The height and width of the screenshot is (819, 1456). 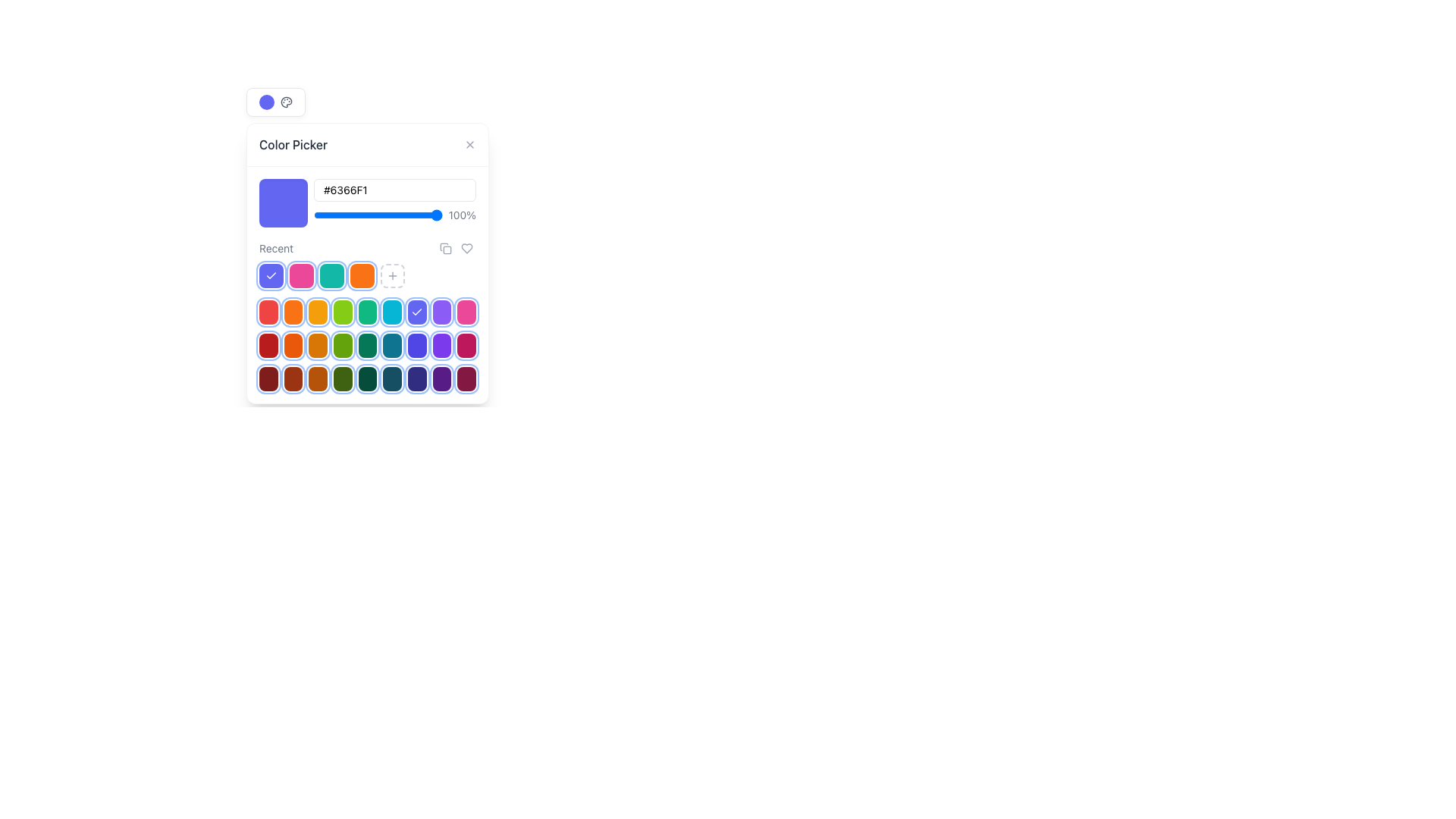 I want to click on the sixth color option in the color picker tool, so click(x=392, y=378).